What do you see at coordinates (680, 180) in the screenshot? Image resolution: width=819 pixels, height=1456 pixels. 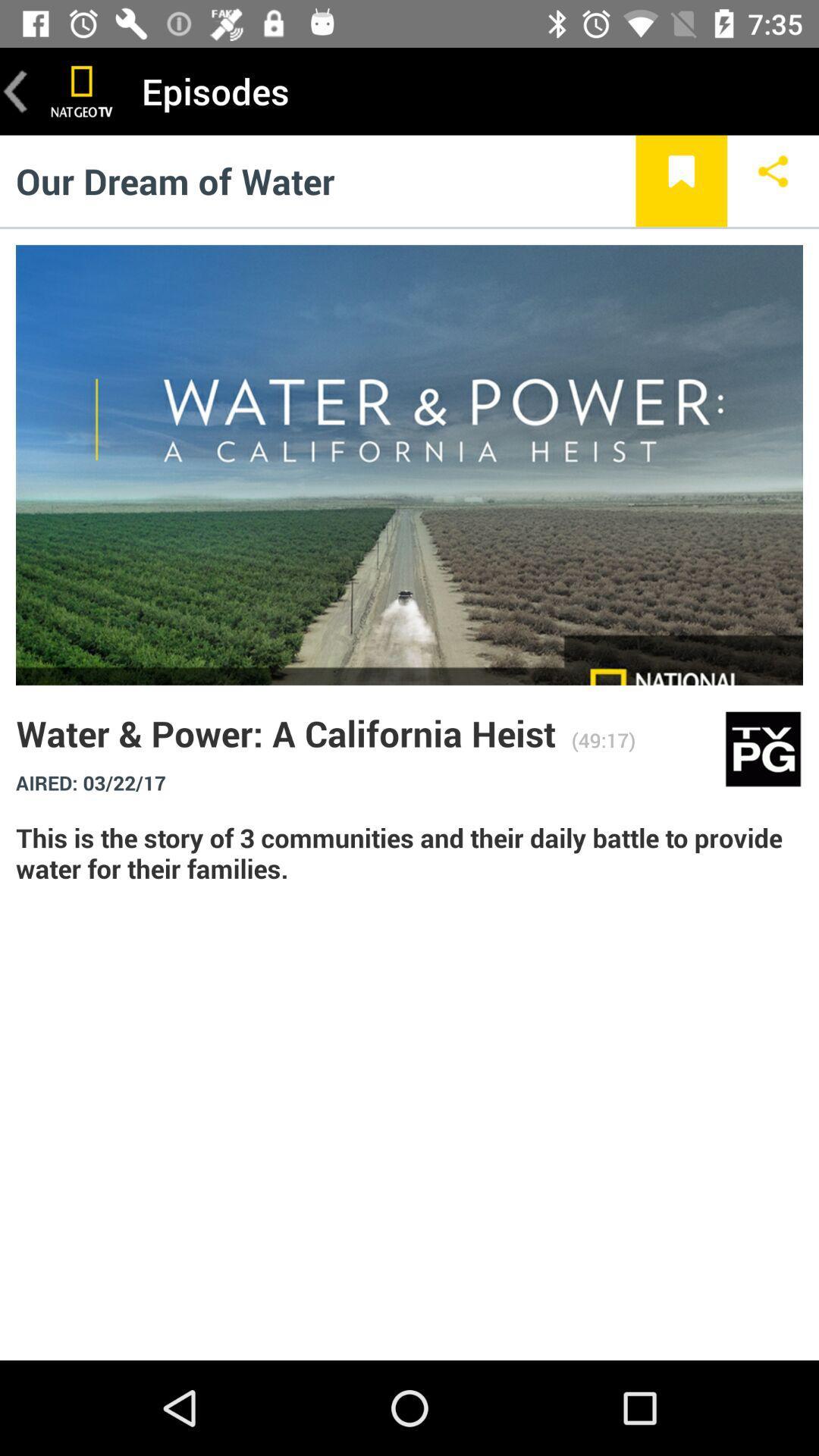 I see `icon below the episodes` at bounding box center [680, 180].